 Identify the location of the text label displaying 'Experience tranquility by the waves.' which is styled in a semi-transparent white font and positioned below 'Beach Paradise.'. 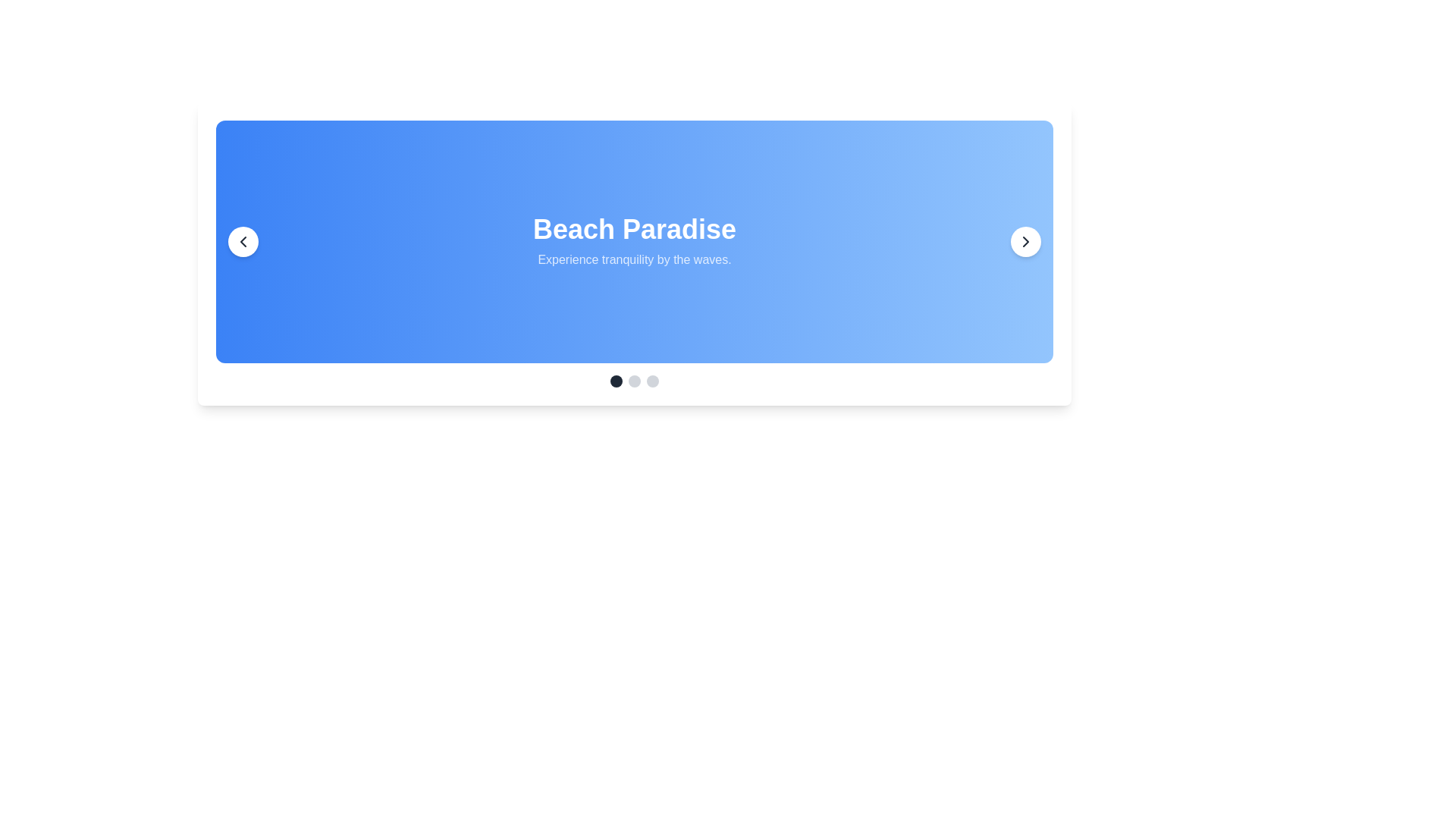
(634, 259).